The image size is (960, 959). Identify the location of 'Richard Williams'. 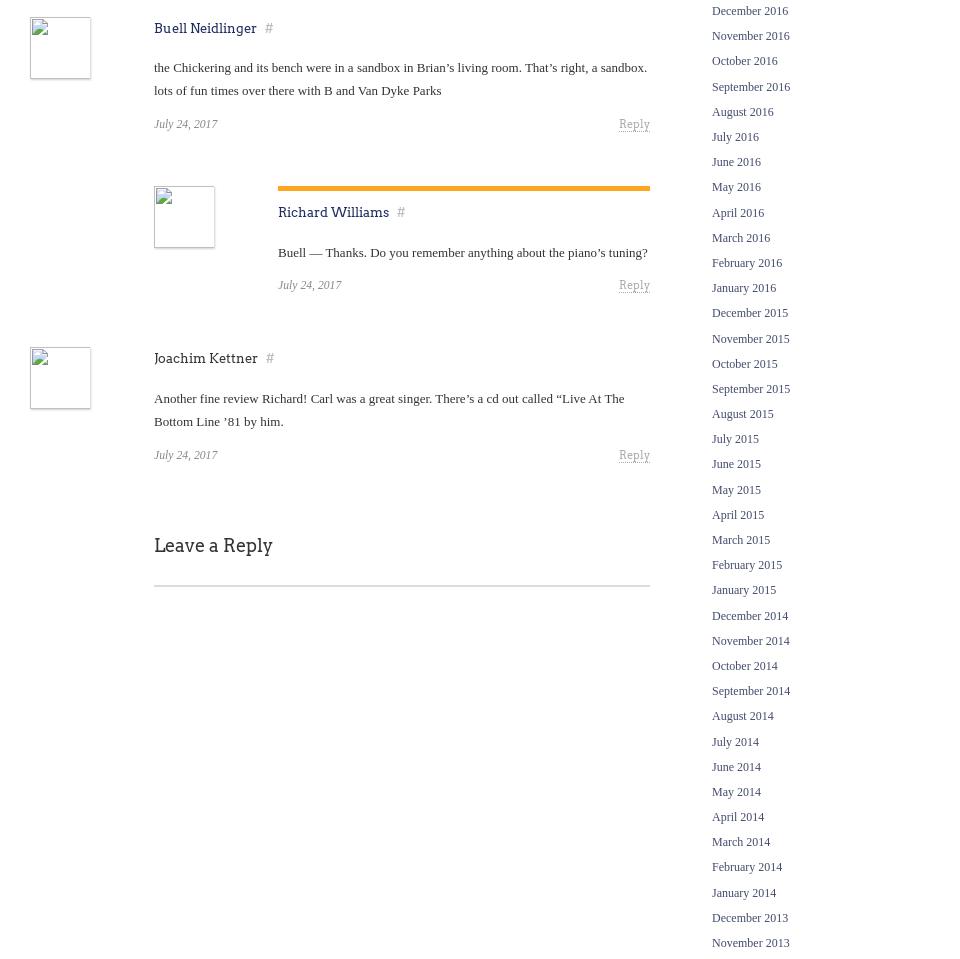
(333, 212).